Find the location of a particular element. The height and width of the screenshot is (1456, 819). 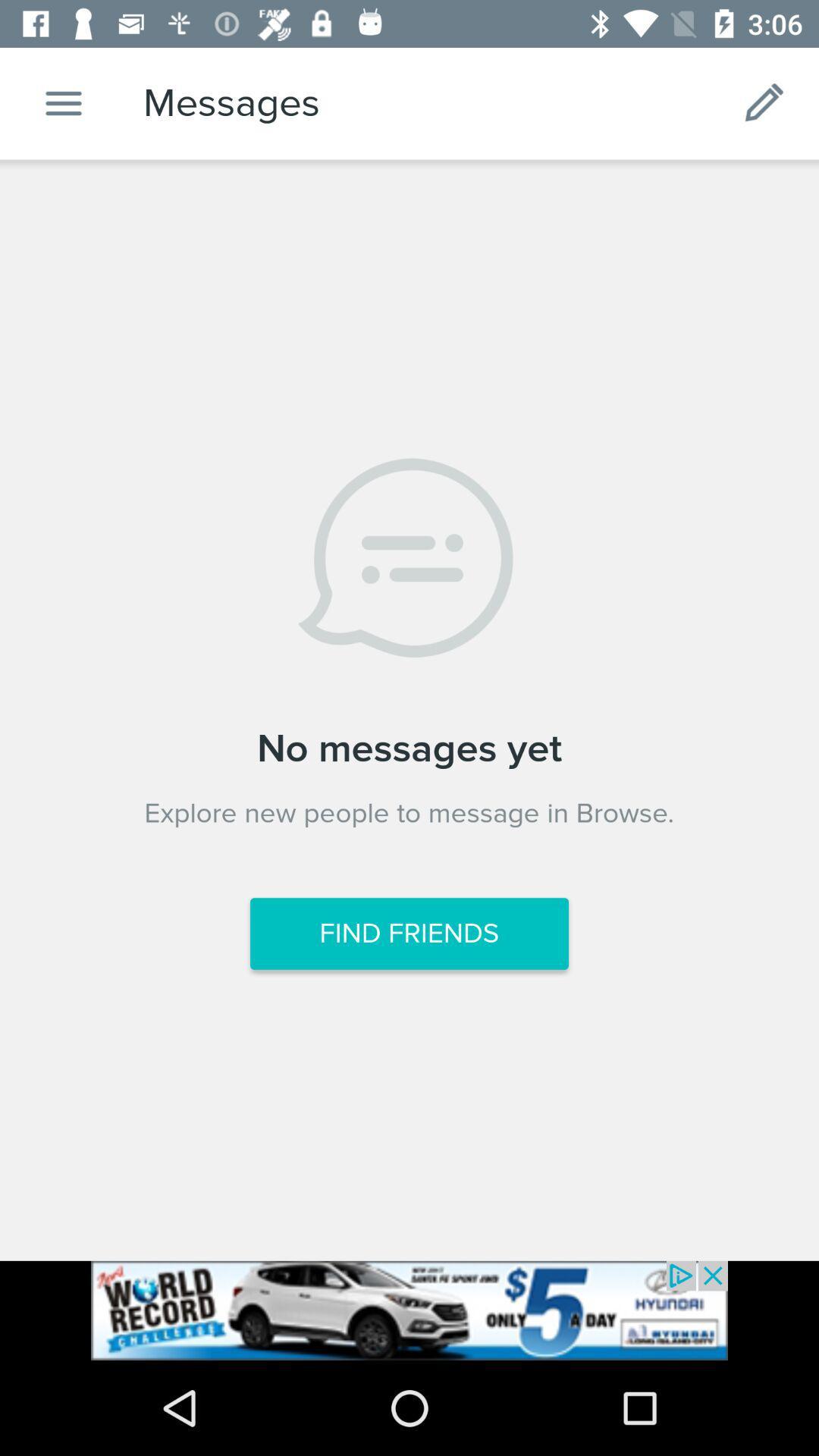

showing advertisements is located at coordinates (409, 1310).